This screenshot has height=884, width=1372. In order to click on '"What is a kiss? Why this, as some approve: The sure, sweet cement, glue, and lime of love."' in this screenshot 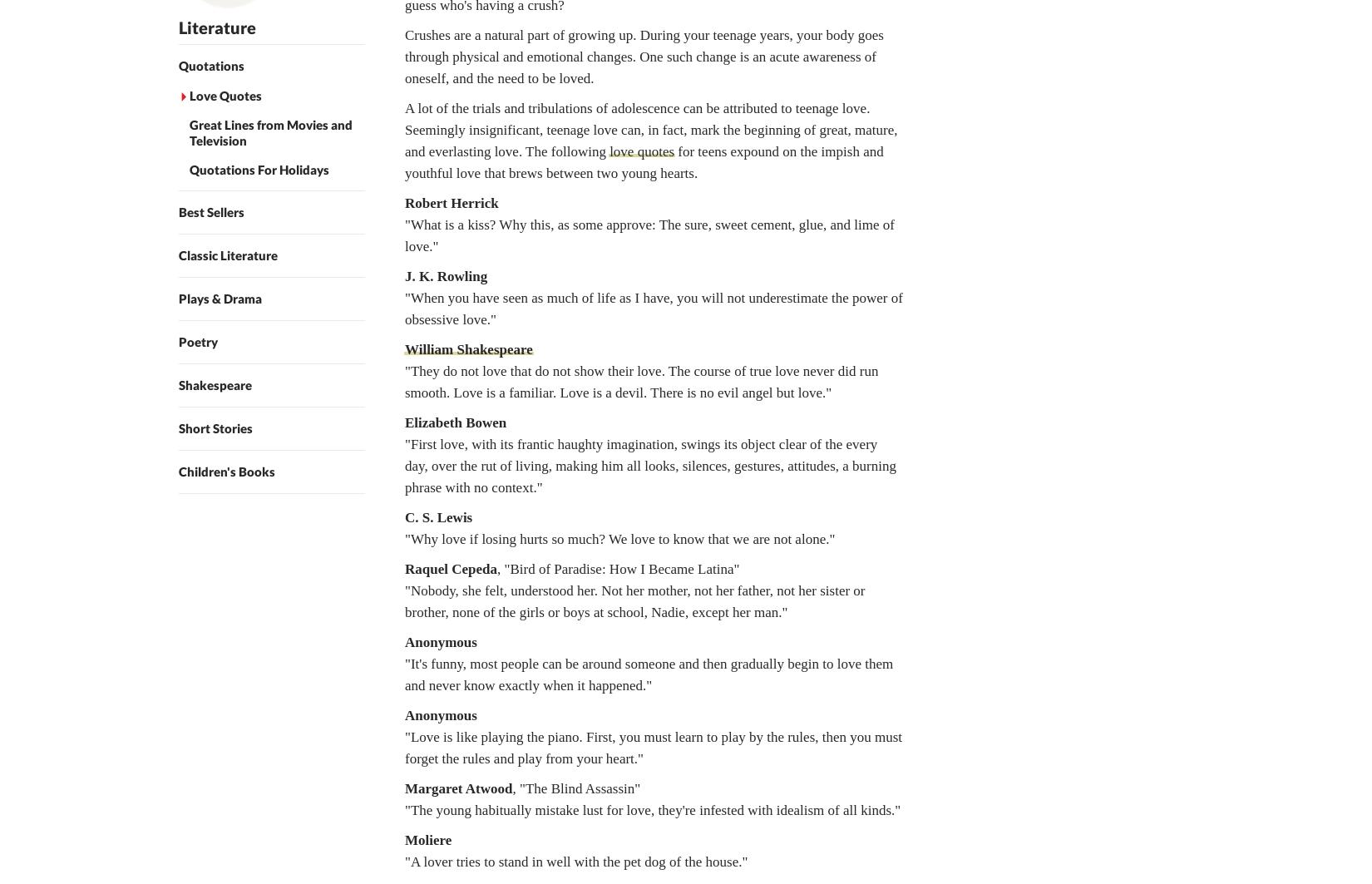, I will do `click(404, 235)`.